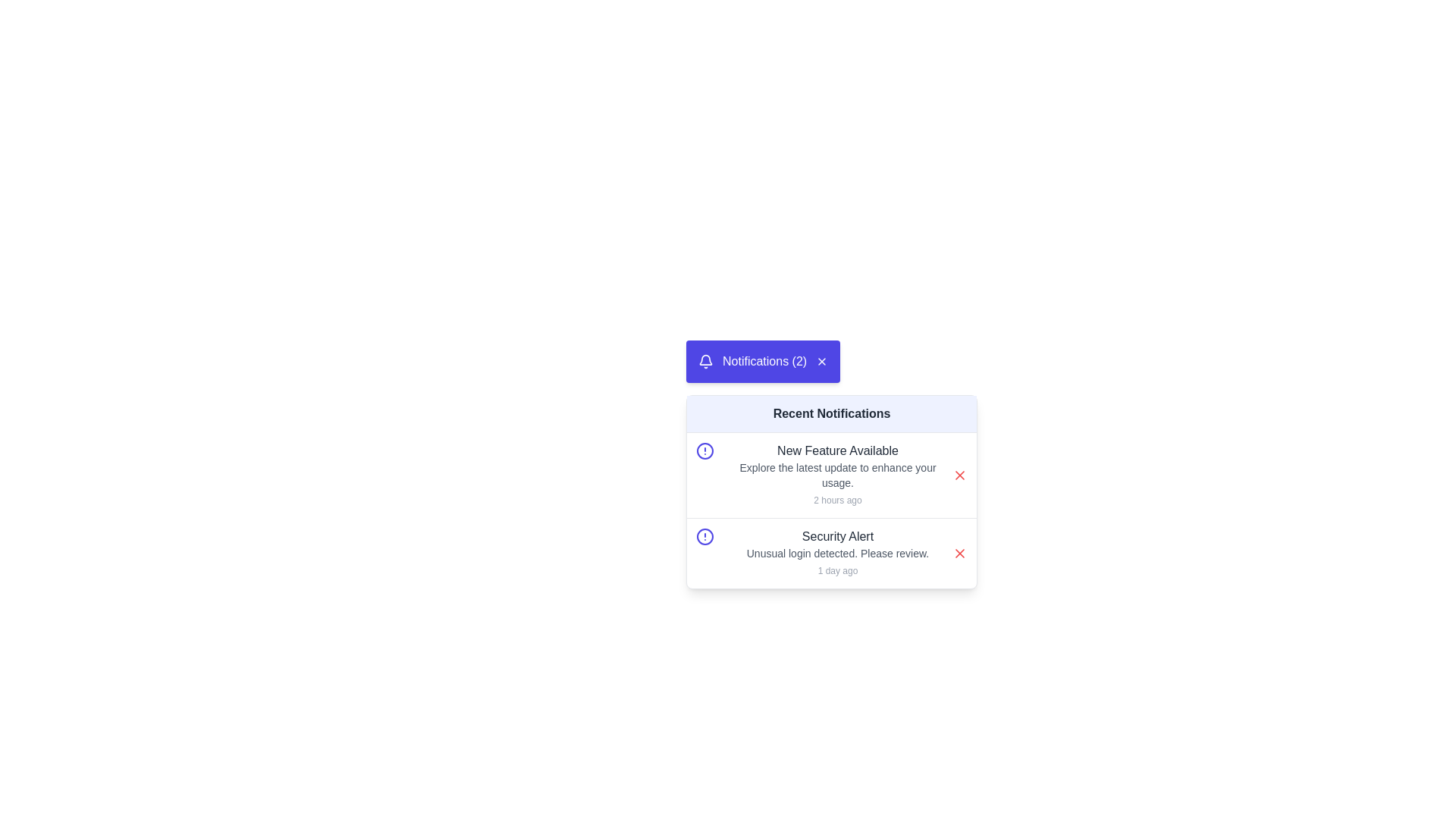  I want to click on the security icon in the 'Security Alert' notification block, so click(831, 553).